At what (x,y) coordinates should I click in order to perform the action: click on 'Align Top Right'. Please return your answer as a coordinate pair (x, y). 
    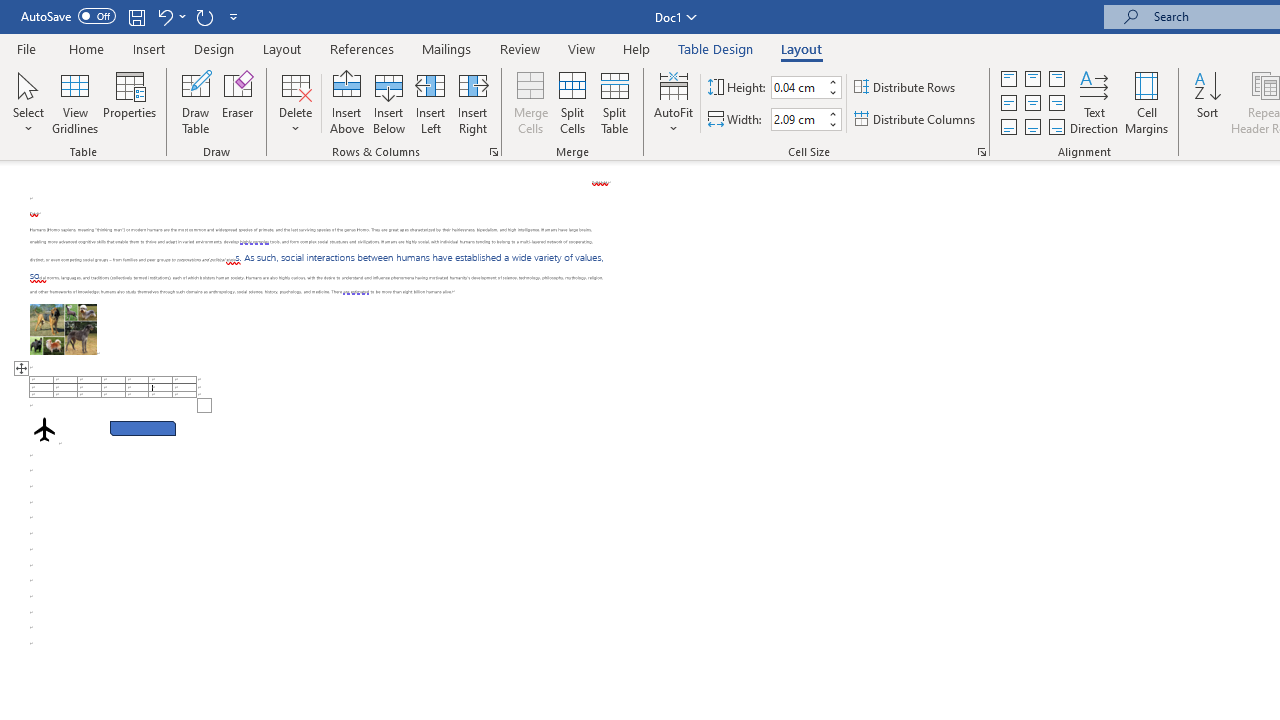
    Looking at the image, I should click on (1055, 78).